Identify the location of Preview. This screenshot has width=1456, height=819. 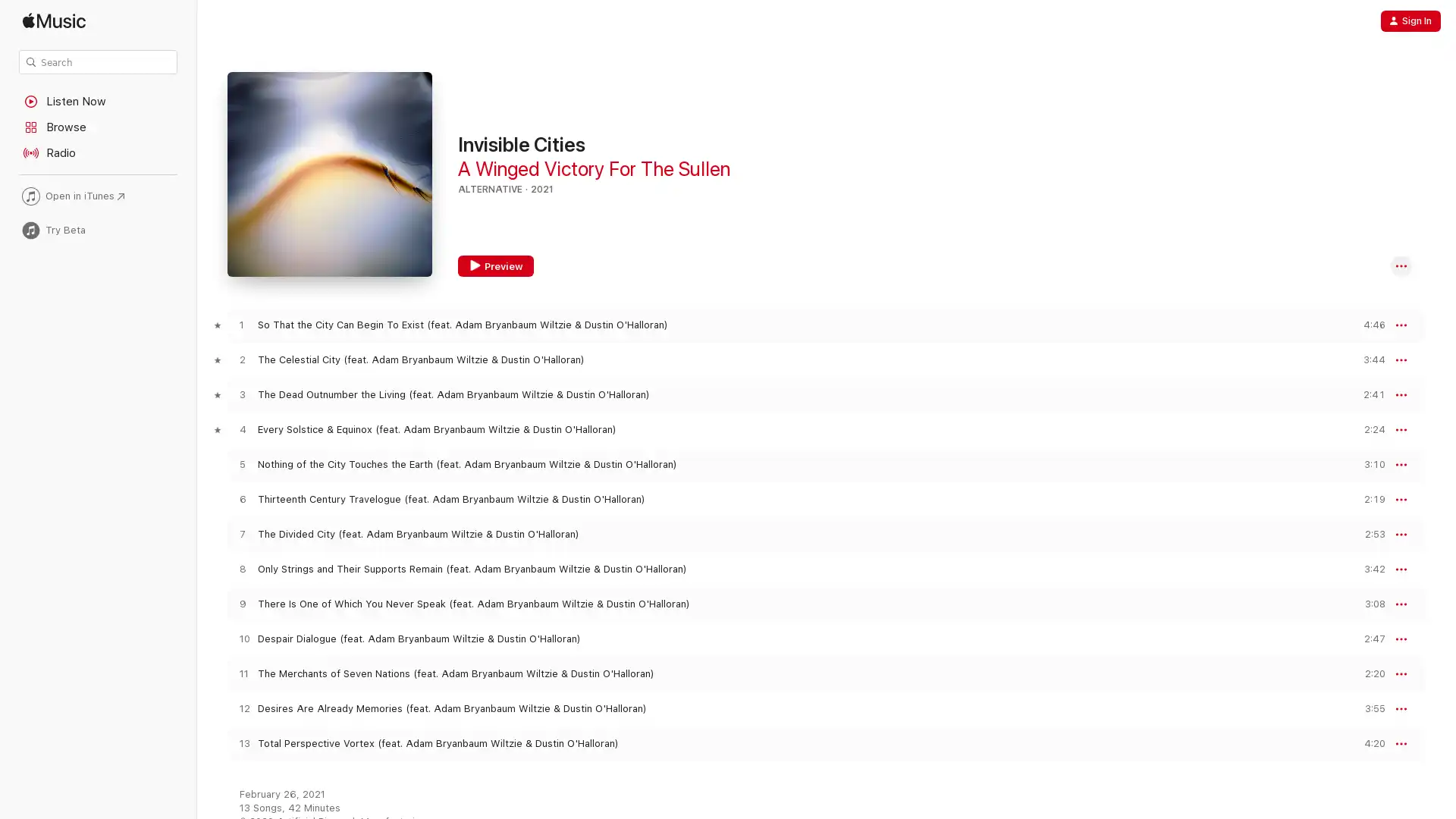
(1368, 394).